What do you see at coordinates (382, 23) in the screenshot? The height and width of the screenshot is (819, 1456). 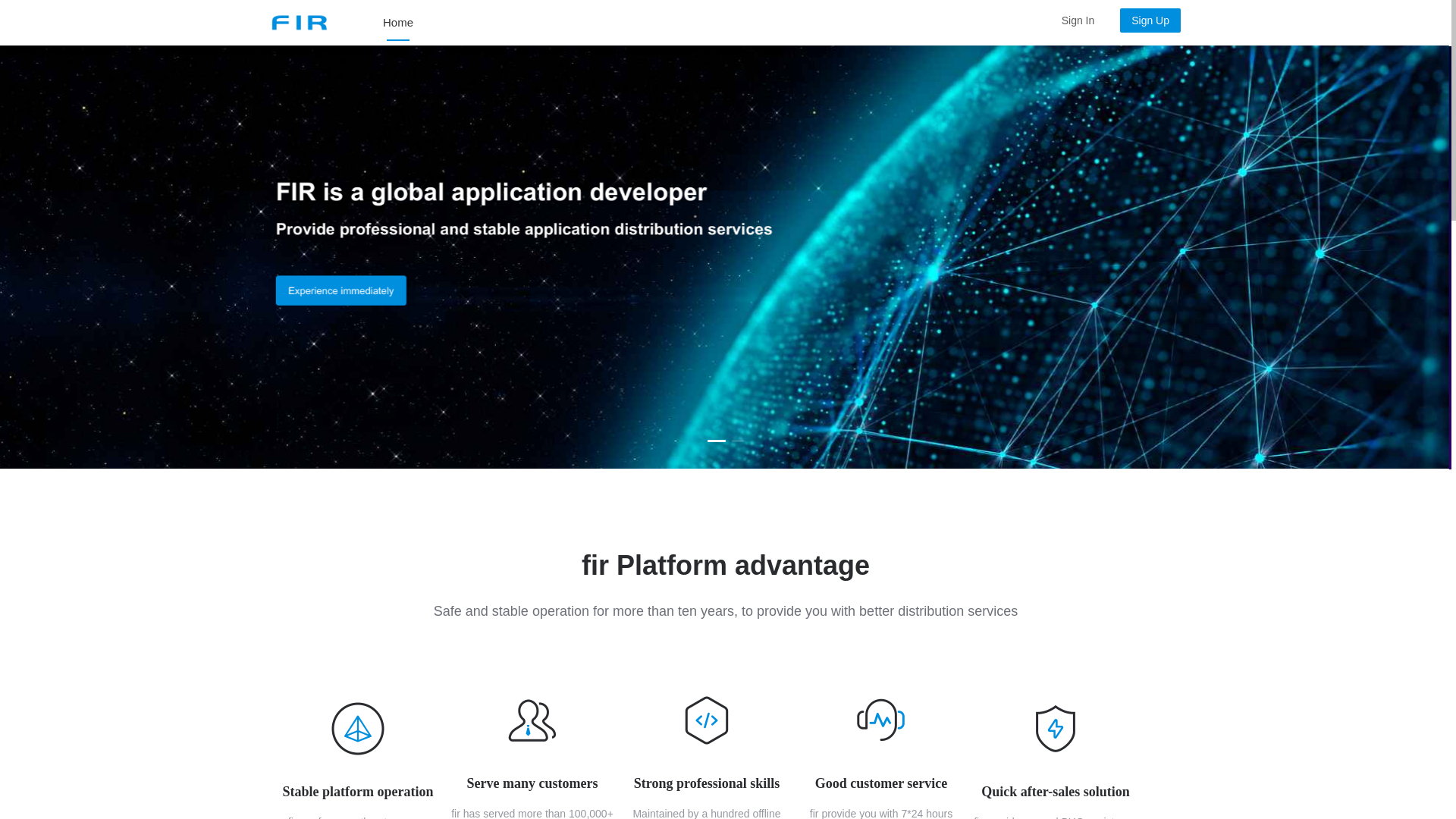 I see `'Home'` at bounding box center [382, 23].